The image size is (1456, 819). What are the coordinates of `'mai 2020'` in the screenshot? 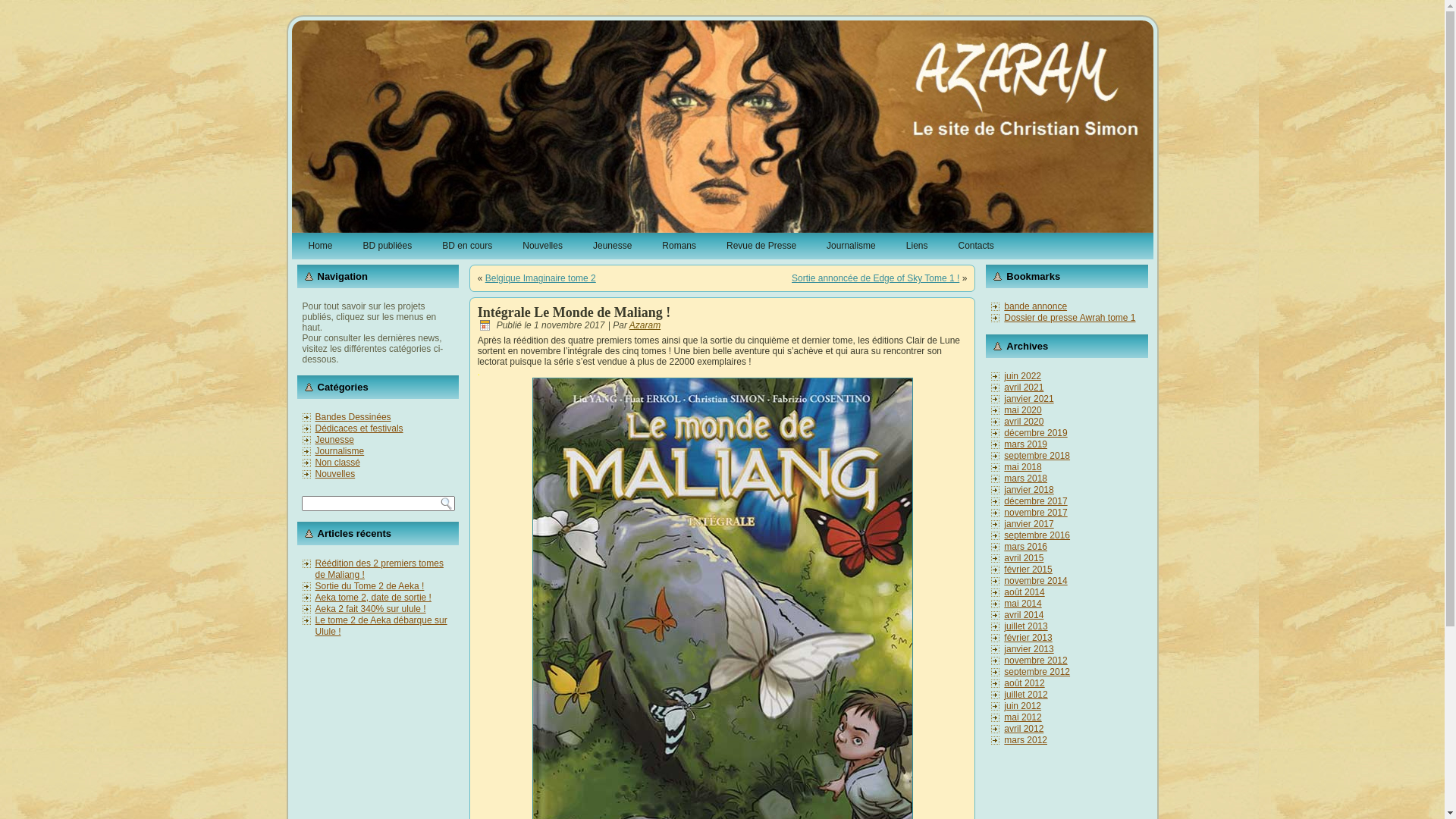 It's located at (1022, 409).